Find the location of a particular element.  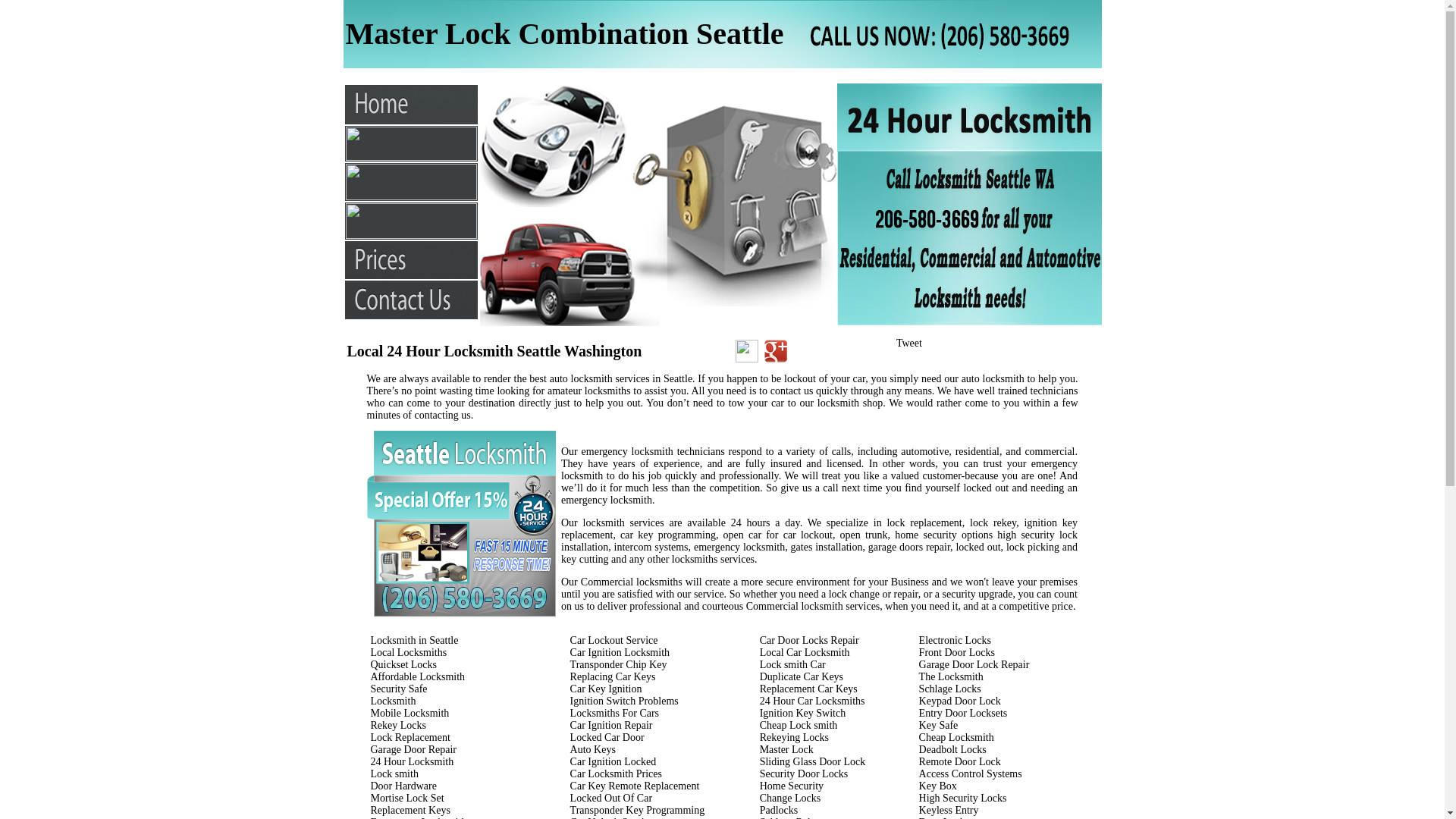

'Tweet' is located at coordinates (909, 343).